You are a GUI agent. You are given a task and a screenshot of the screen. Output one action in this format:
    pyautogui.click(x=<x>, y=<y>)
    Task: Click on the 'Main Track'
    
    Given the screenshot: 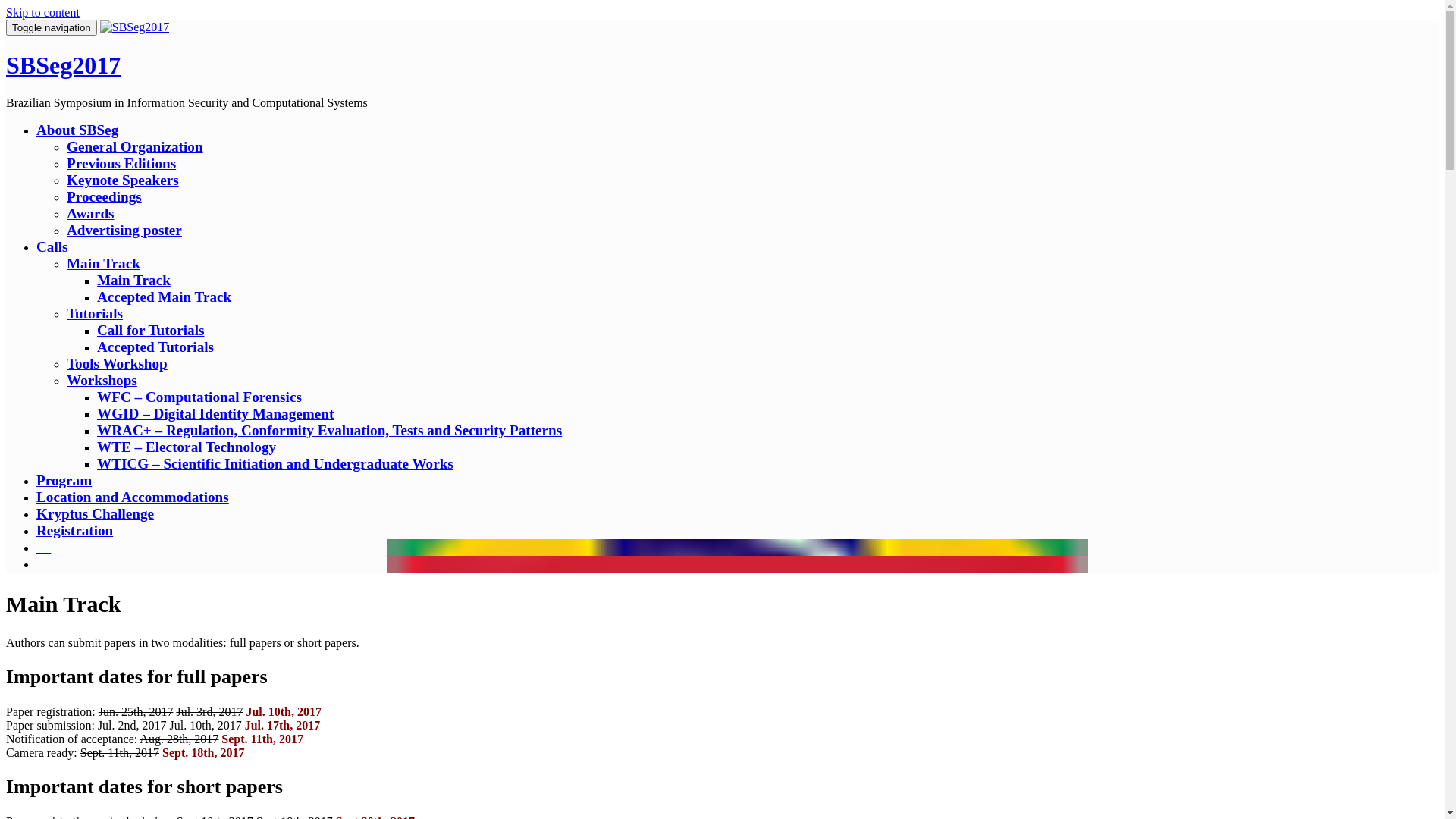 What is the action you would take?
    pyautogui.click(x=102, y=262)
    